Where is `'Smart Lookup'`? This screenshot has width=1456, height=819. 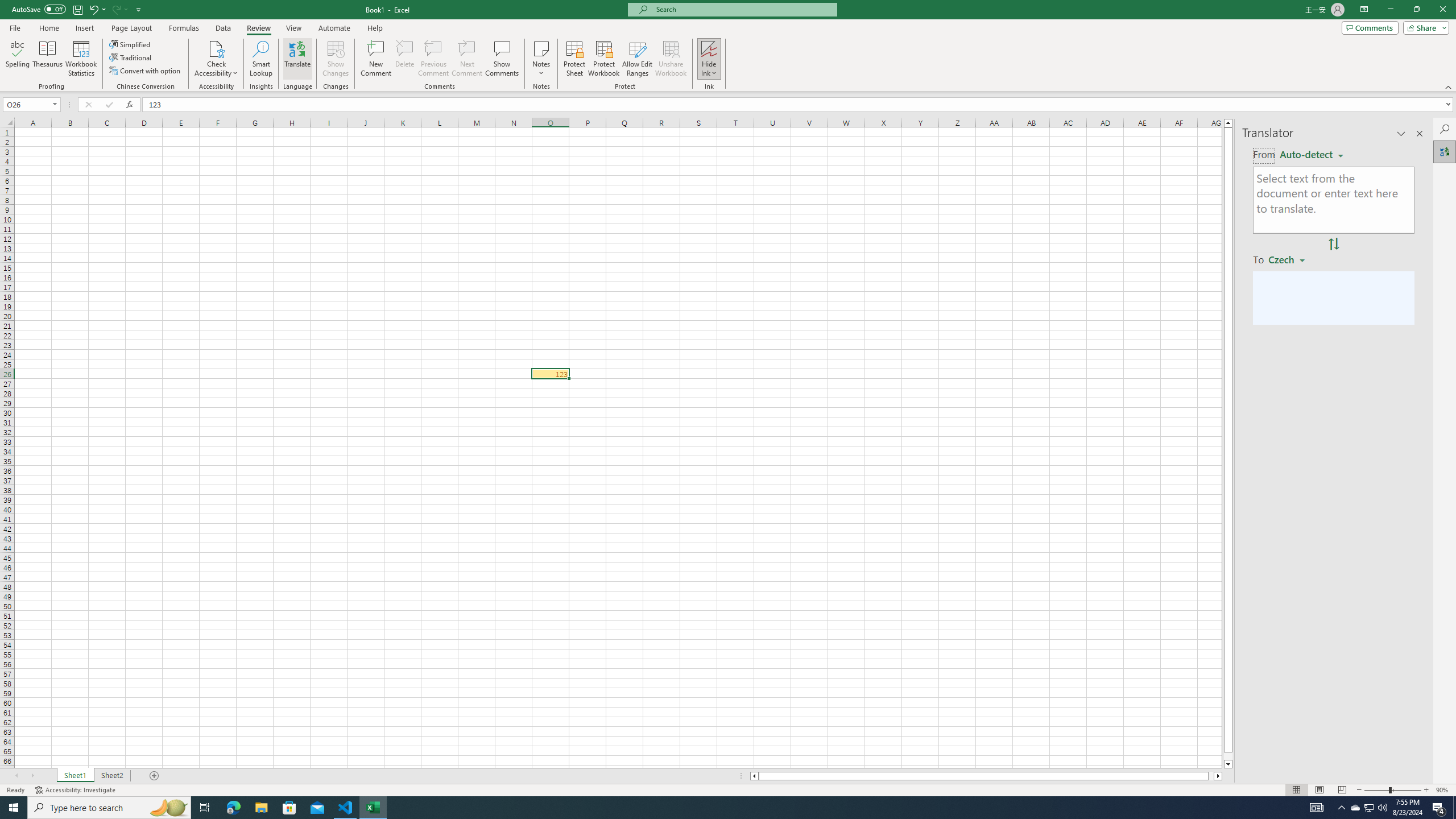 'Smart Lookup' is located at coordinates (260, 59).